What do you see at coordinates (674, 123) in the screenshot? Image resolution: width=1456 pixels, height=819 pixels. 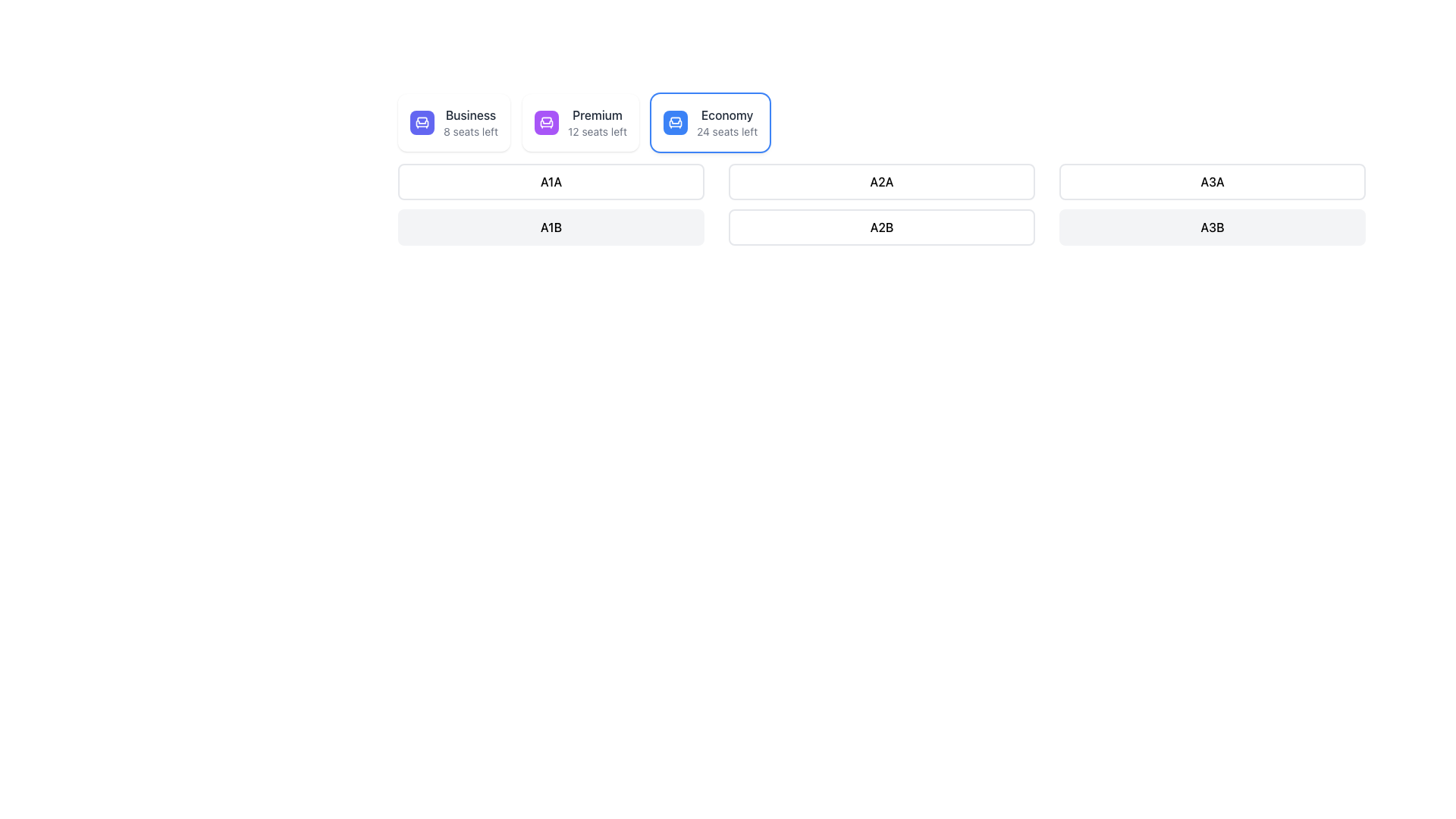 I see `the context of the Decorative SVG graphic component resembling a chair, which is the middle-bottom segment of a multi-part icon aligned horizontally under the text 'Economy'` at bounding box center [674, 123].